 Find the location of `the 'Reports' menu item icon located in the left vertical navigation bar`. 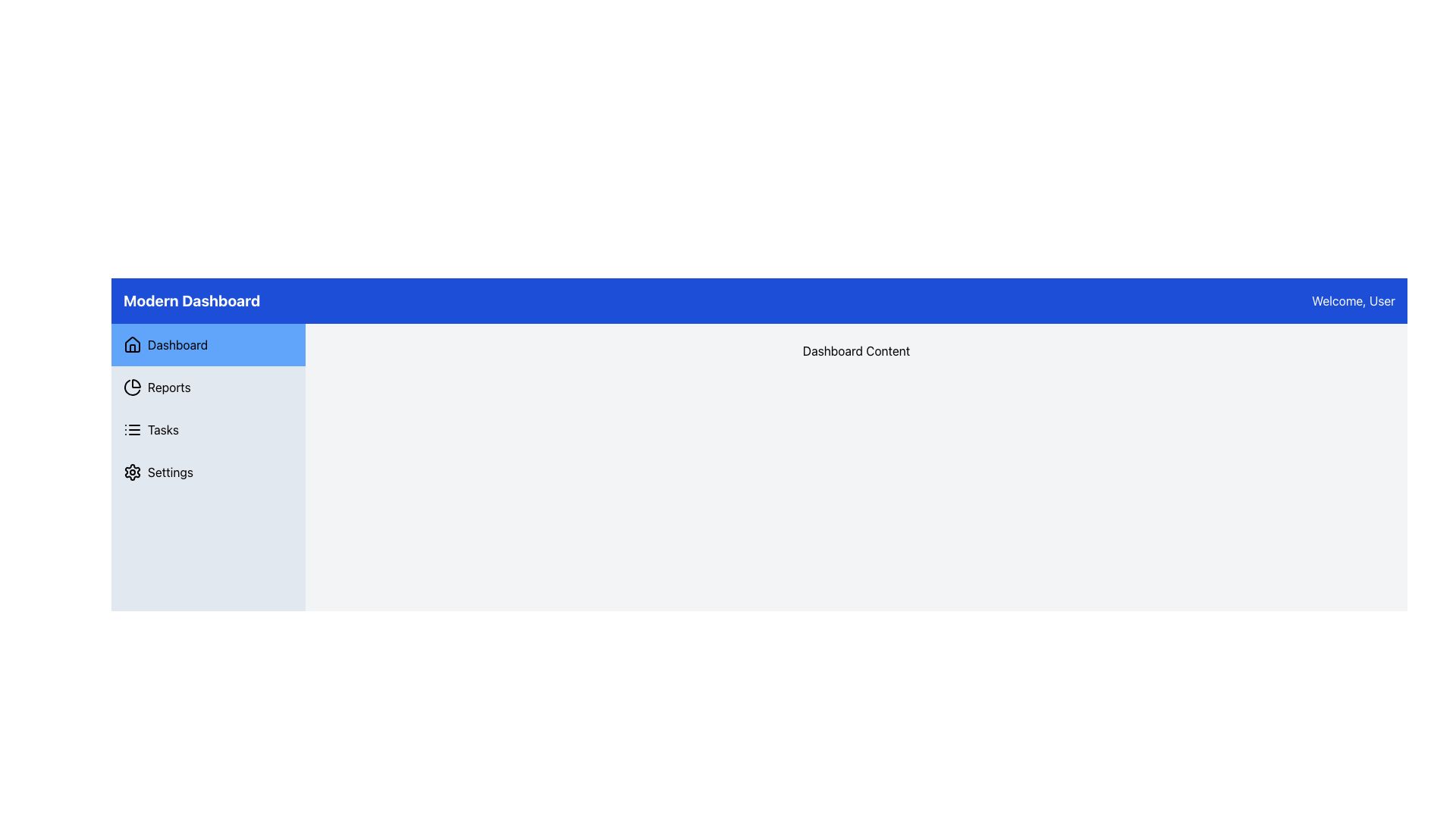

the 'Reports' menu item icon located in the left vertical navigation bar is located at coordinates (132, 386).